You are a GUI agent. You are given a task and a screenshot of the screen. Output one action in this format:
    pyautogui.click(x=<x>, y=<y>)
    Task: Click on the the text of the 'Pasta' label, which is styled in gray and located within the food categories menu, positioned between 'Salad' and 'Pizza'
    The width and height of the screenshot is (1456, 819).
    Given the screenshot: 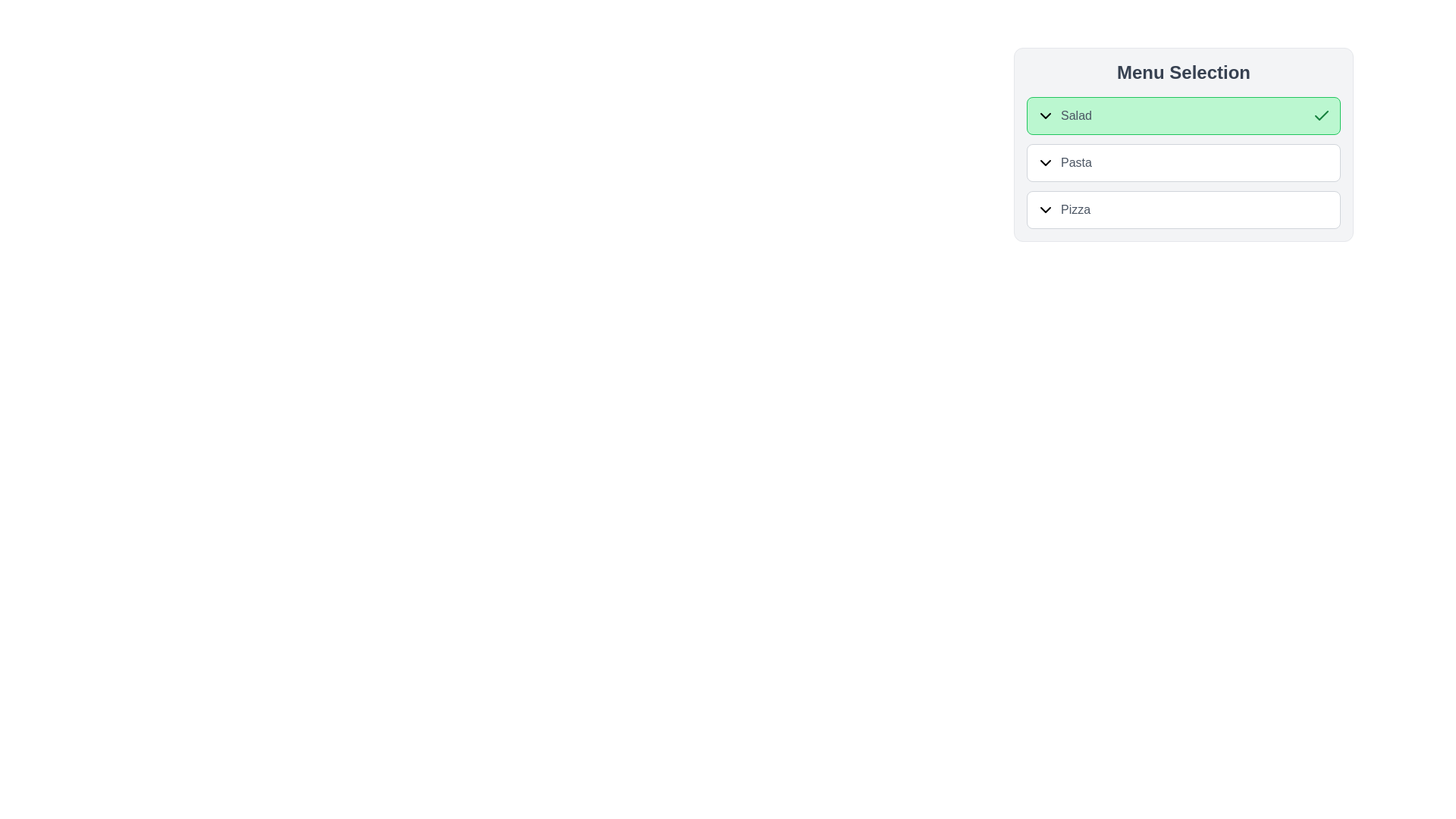 What is the action you would take?
    pyautogui.click(x=1075, y=163)
    